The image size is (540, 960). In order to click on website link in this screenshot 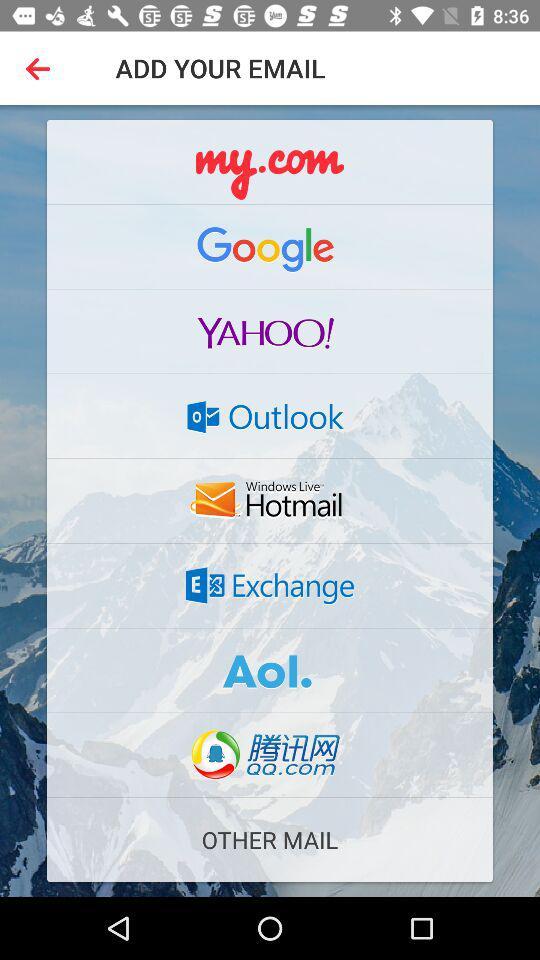, I will do `click(270, 585)`.